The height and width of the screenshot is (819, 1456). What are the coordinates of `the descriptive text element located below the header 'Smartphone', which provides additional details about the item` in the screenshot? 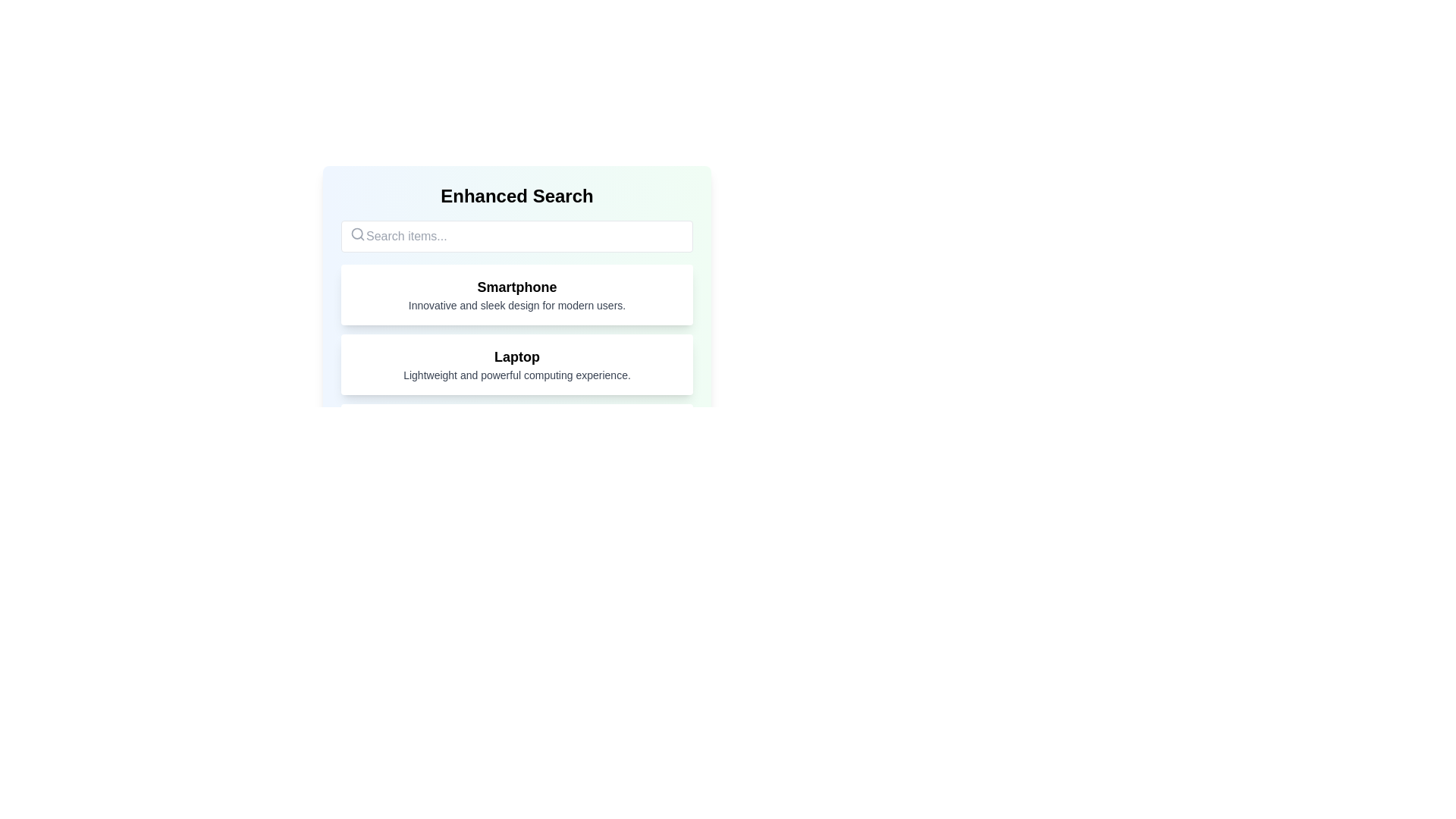 It's located at (516, 305).